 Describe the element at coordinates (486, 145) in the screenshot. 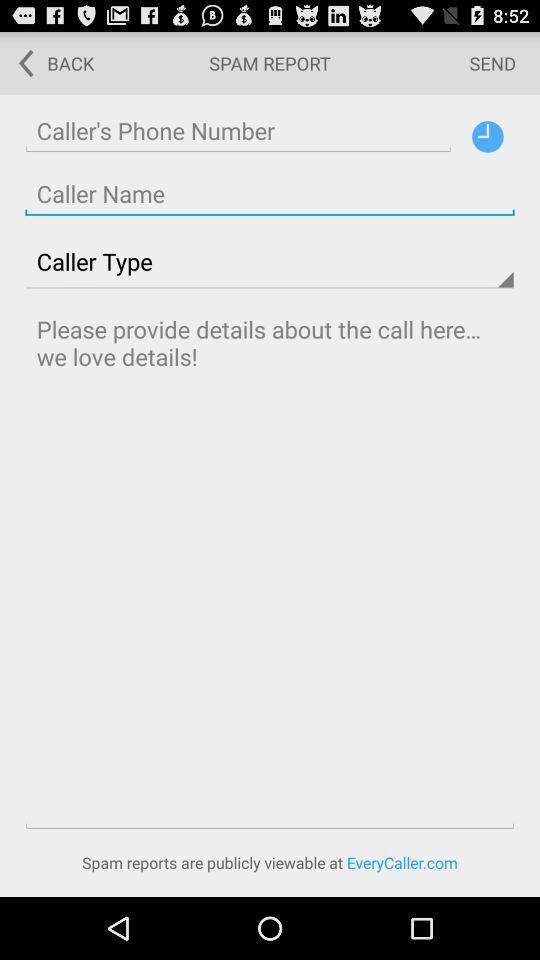

I see `the time icon` at that location.